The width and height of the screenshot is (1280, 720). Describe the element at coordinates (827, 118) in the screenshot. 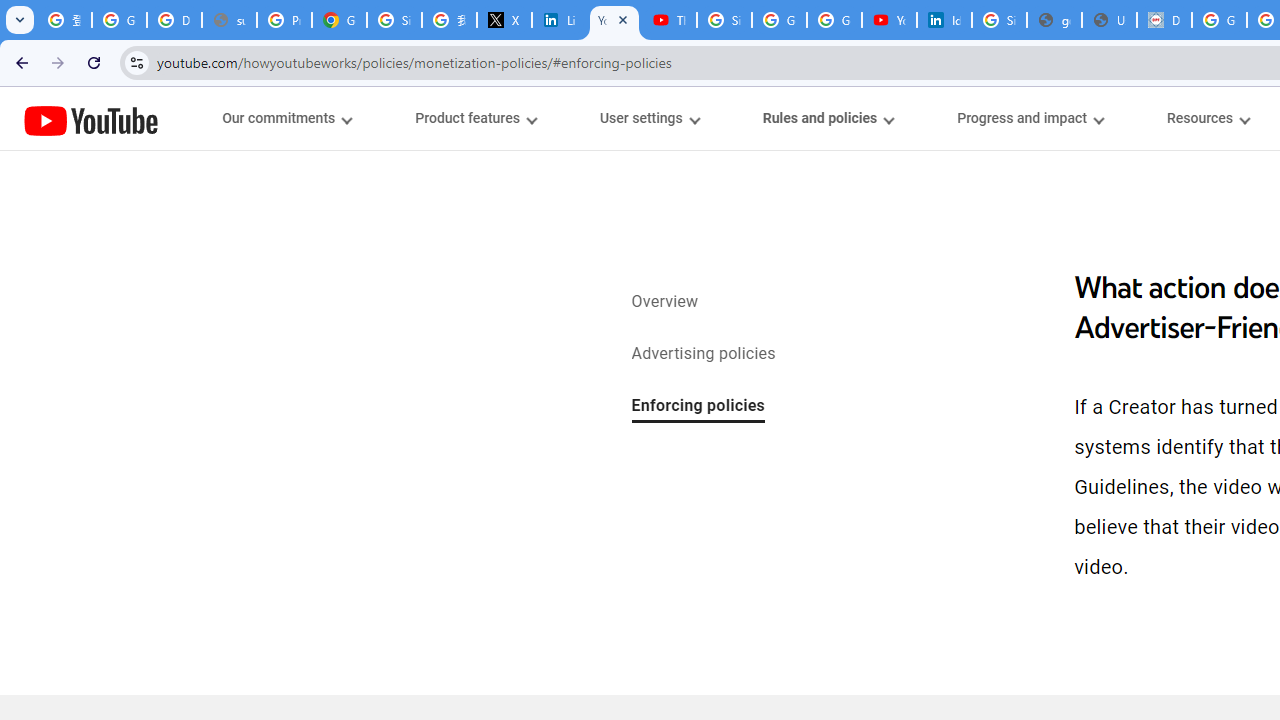

I see `'Rules and policies menupopup'` at that location.